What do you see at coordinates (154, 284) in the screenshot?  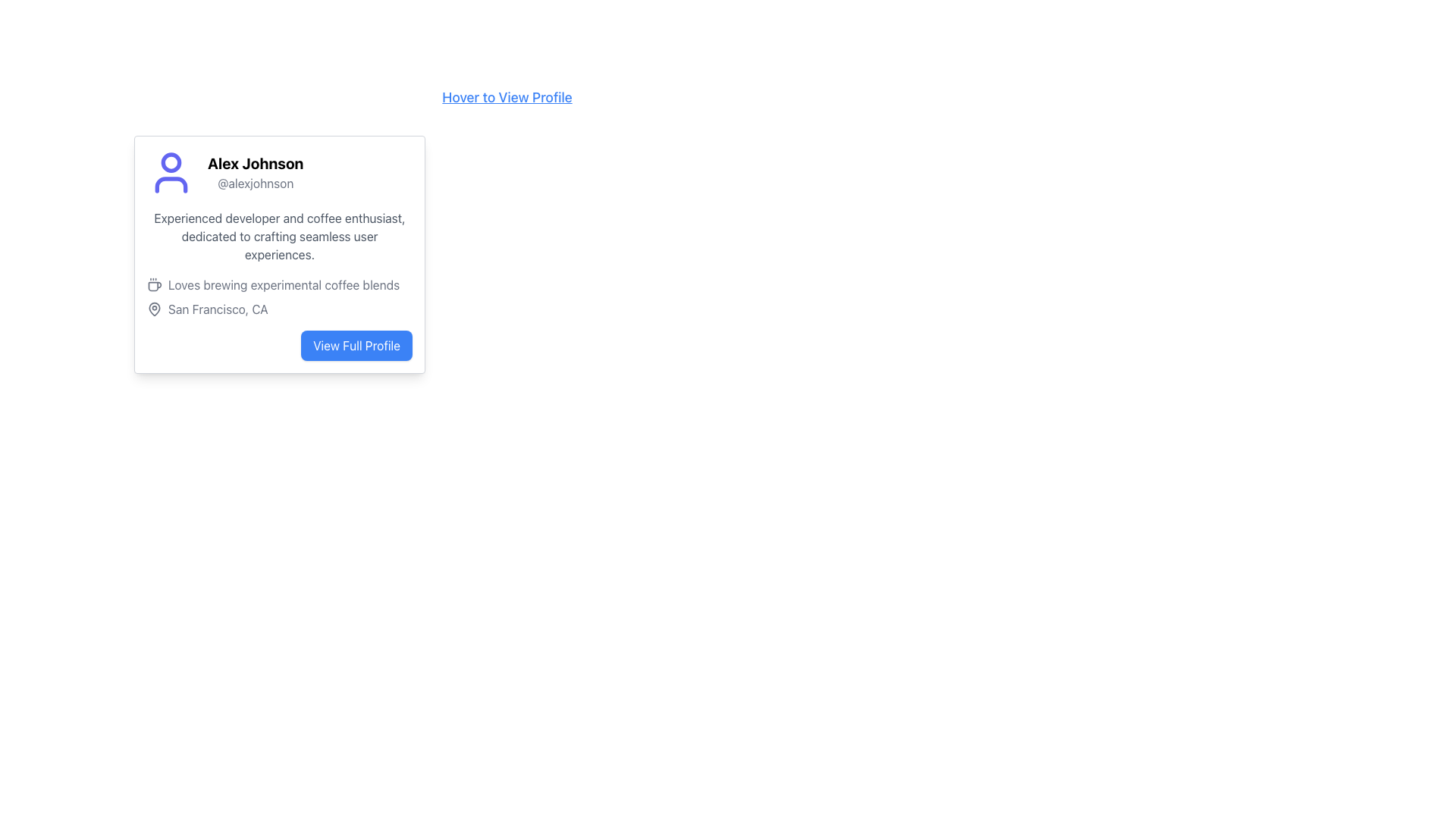 I see `the coffee cup icon with steam lines, located to the left of the text 'Loves brewing experimental coffee blends' in the profile card` at bounding box center [154, 284].